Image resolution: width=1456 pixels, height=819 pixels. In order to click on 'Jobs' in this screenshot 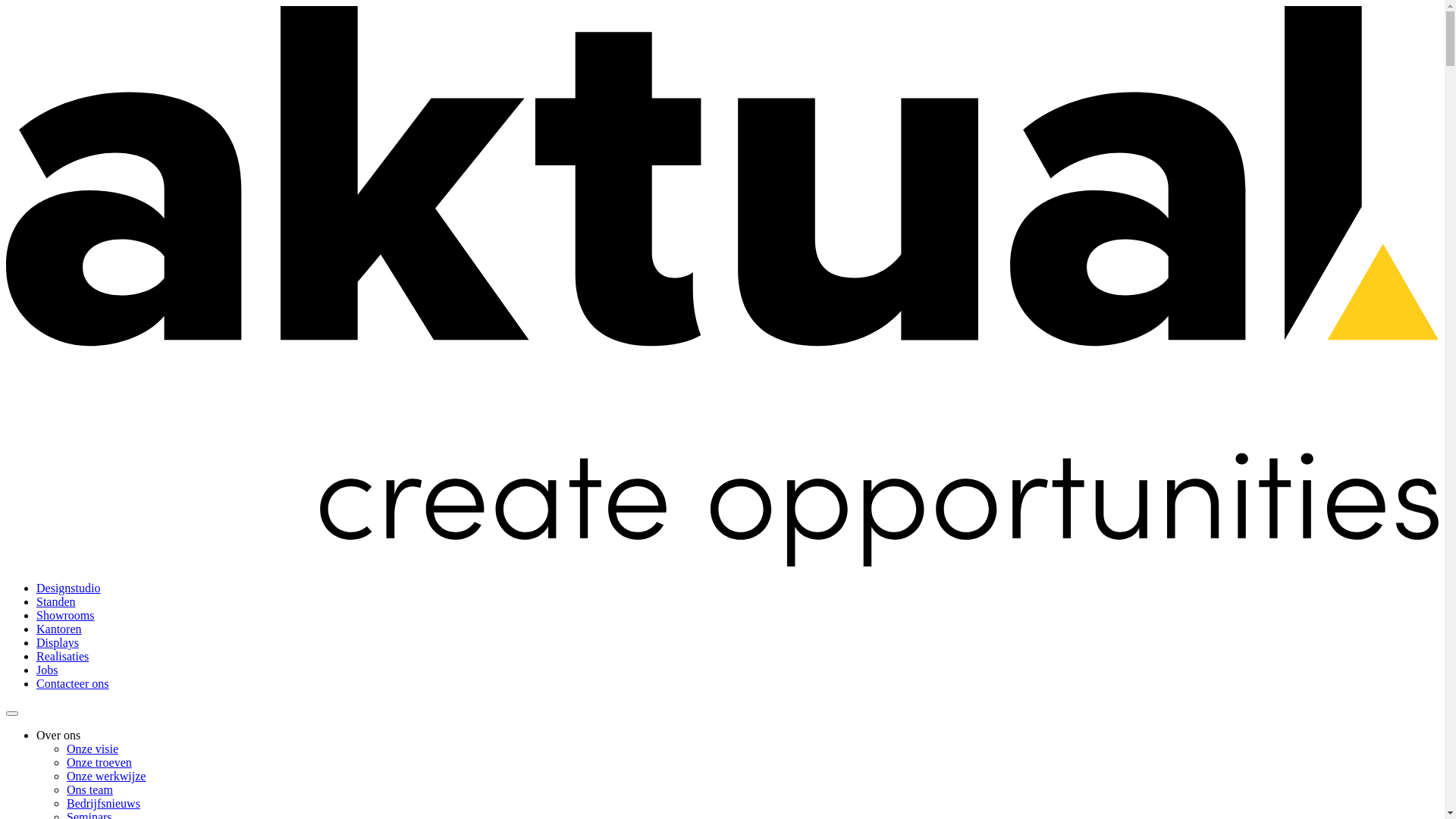, I will do `click(47, 669)`.